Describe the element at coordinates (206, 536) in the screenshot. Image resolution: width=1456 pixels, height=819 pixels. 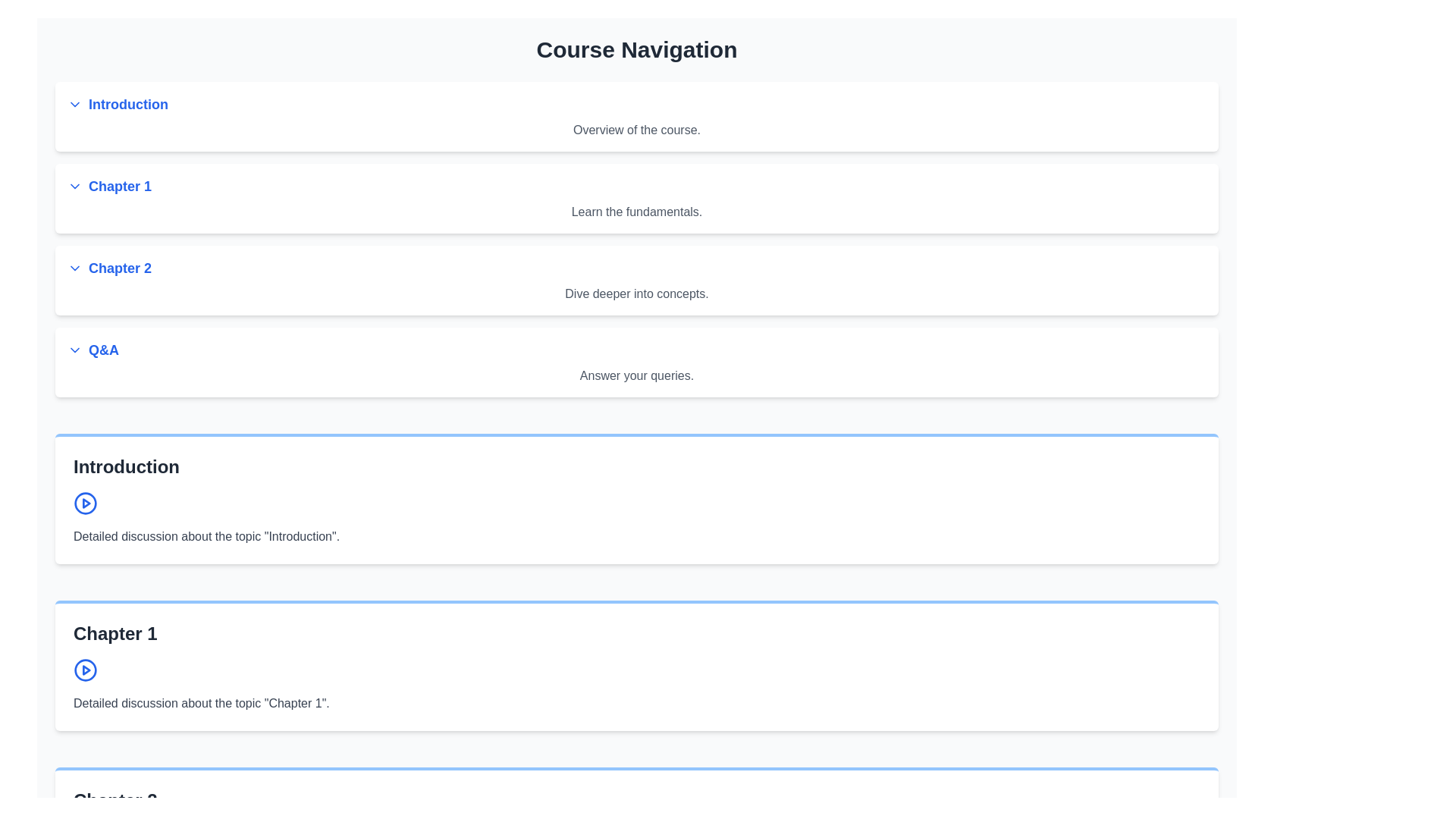
I see `informational text block located beneath the 'Introduction' title and blue circular play button` at that location.